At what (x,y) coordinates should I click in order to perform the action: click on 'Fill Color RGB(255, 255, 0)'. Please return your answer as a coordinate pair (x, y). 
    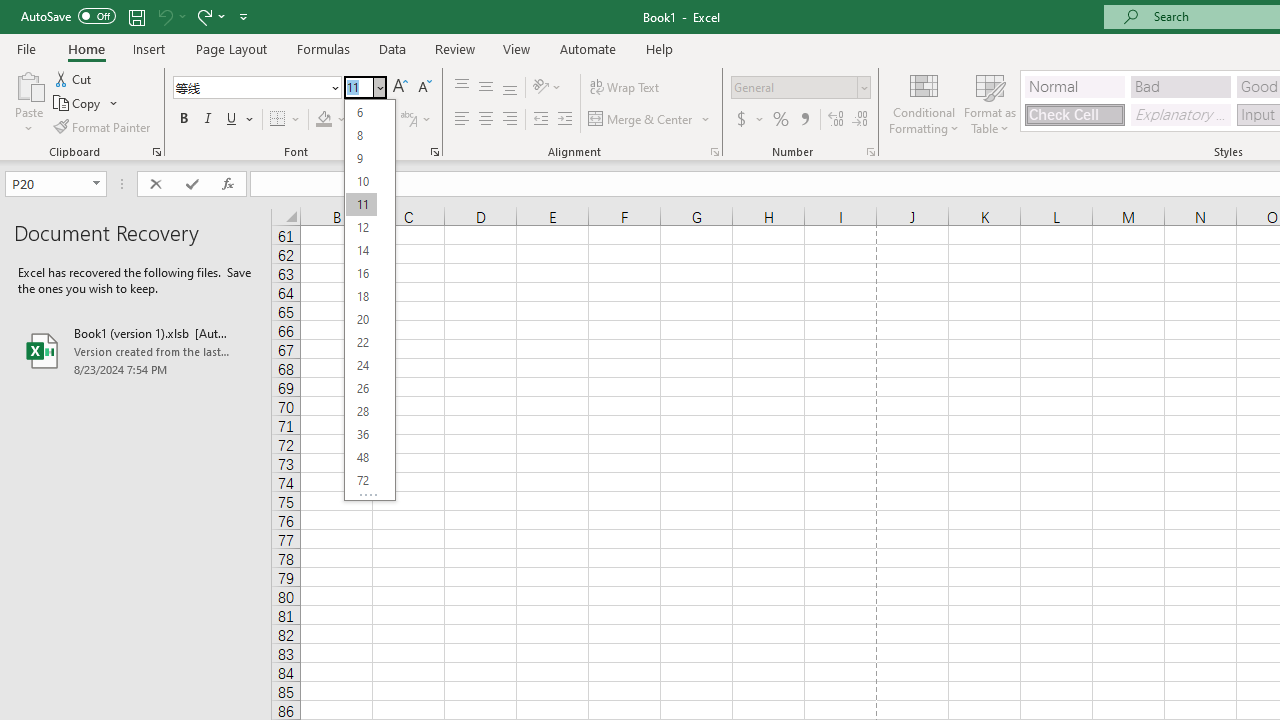
    Looking at the image, I should click on (324, 119).